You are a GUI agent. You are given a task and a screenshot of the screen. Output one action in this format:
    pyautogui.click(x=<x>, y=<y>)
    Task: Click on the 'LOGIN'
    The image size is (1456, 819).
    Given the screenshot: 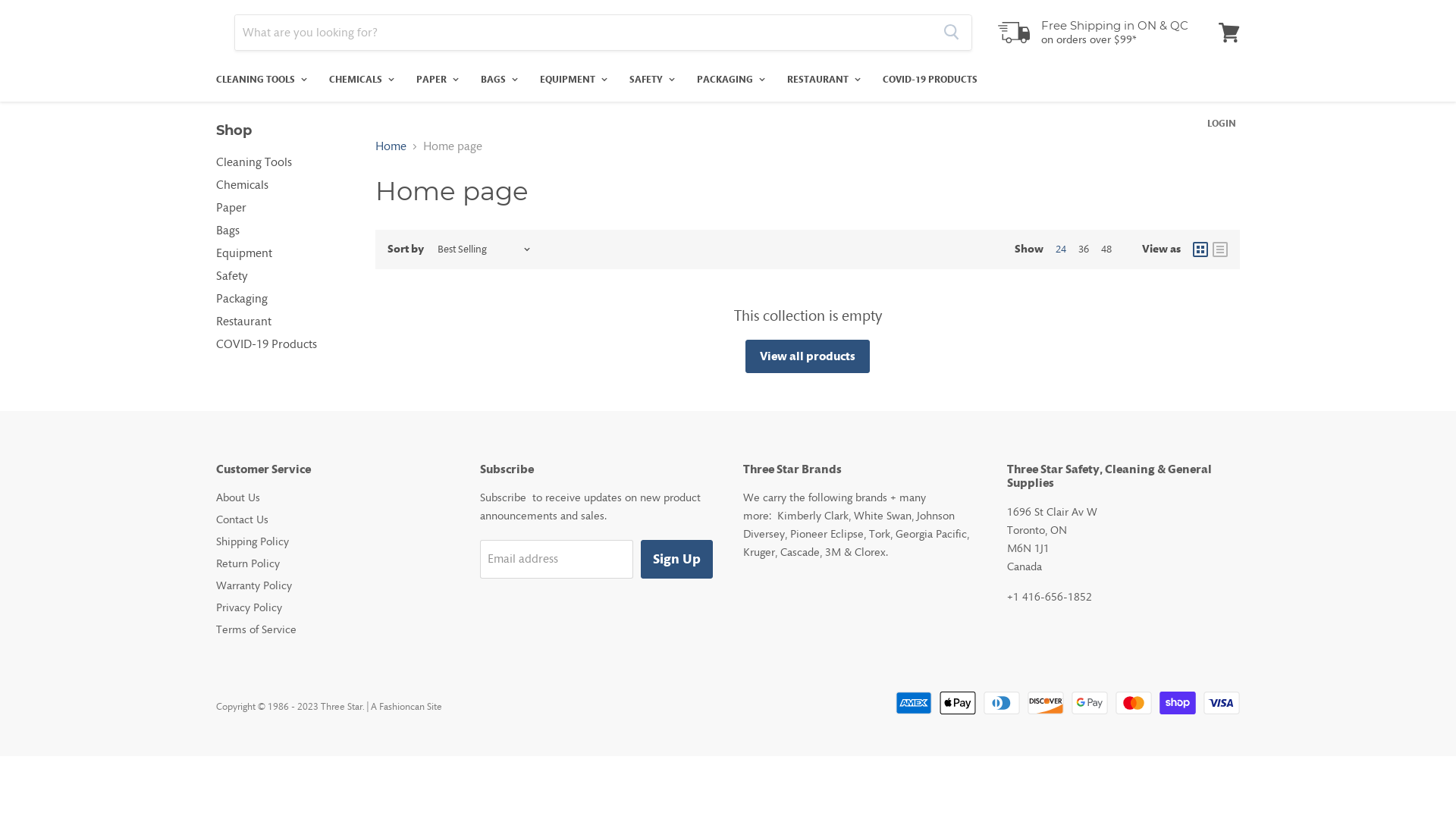 What is the action you would take?
    pyautogui.click(x=1197, y=122)
    